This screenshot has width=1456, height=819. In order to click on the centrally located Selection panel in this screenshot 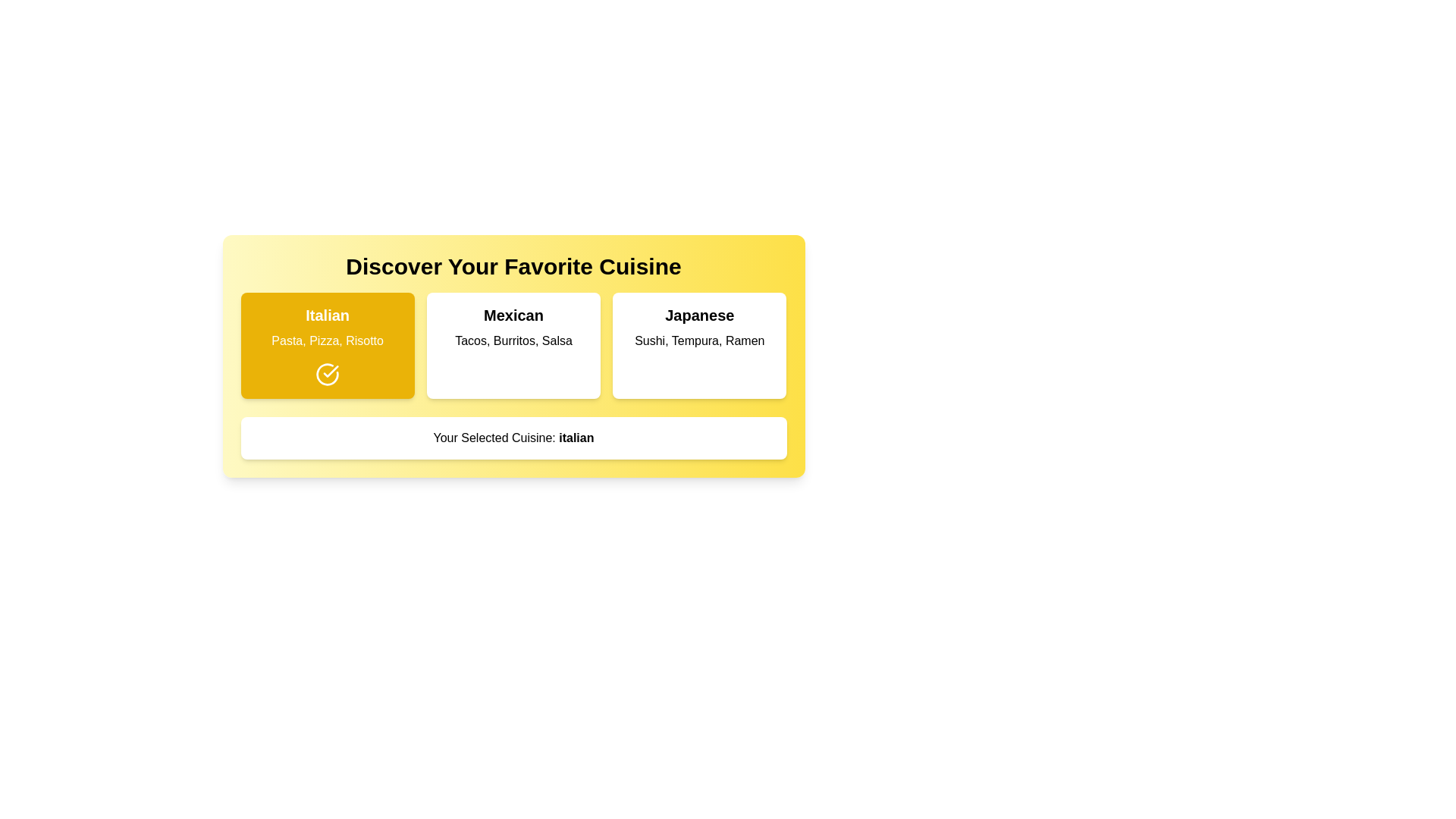, I will do `click(513, 356)`.